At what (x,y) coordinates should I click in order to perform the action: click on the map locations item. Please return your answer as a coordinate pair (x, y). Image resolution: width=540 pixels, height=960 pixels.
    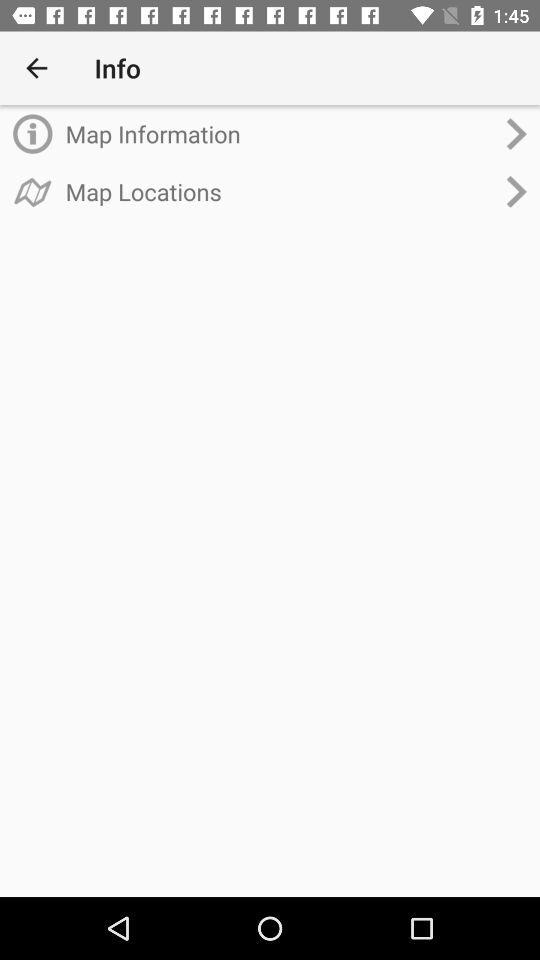
    Looking at the image, I should click on (278, 191).